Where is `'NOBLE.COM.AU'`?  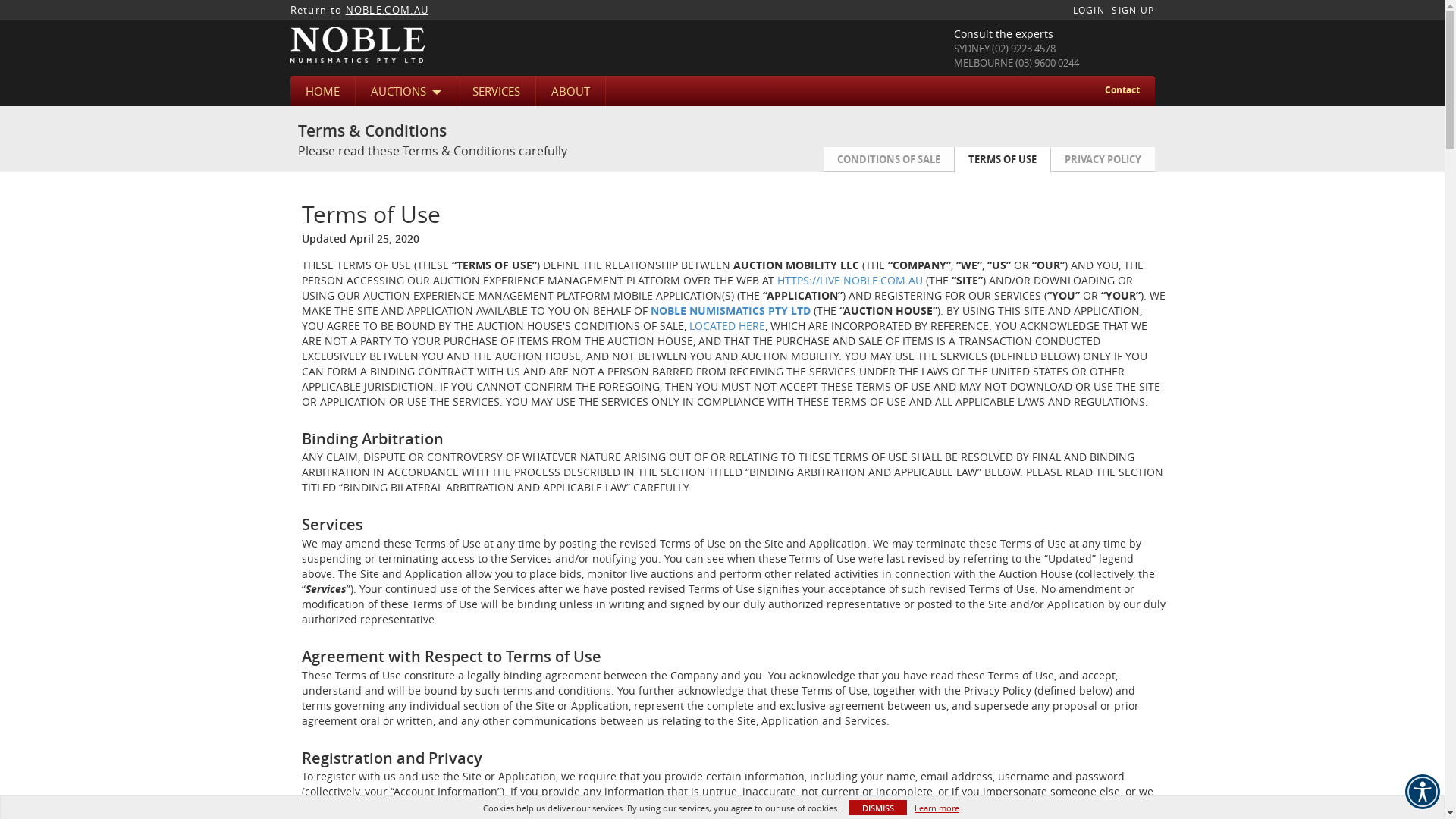 'NOBLE.COM.AU' is located at coordinates (387, 9).